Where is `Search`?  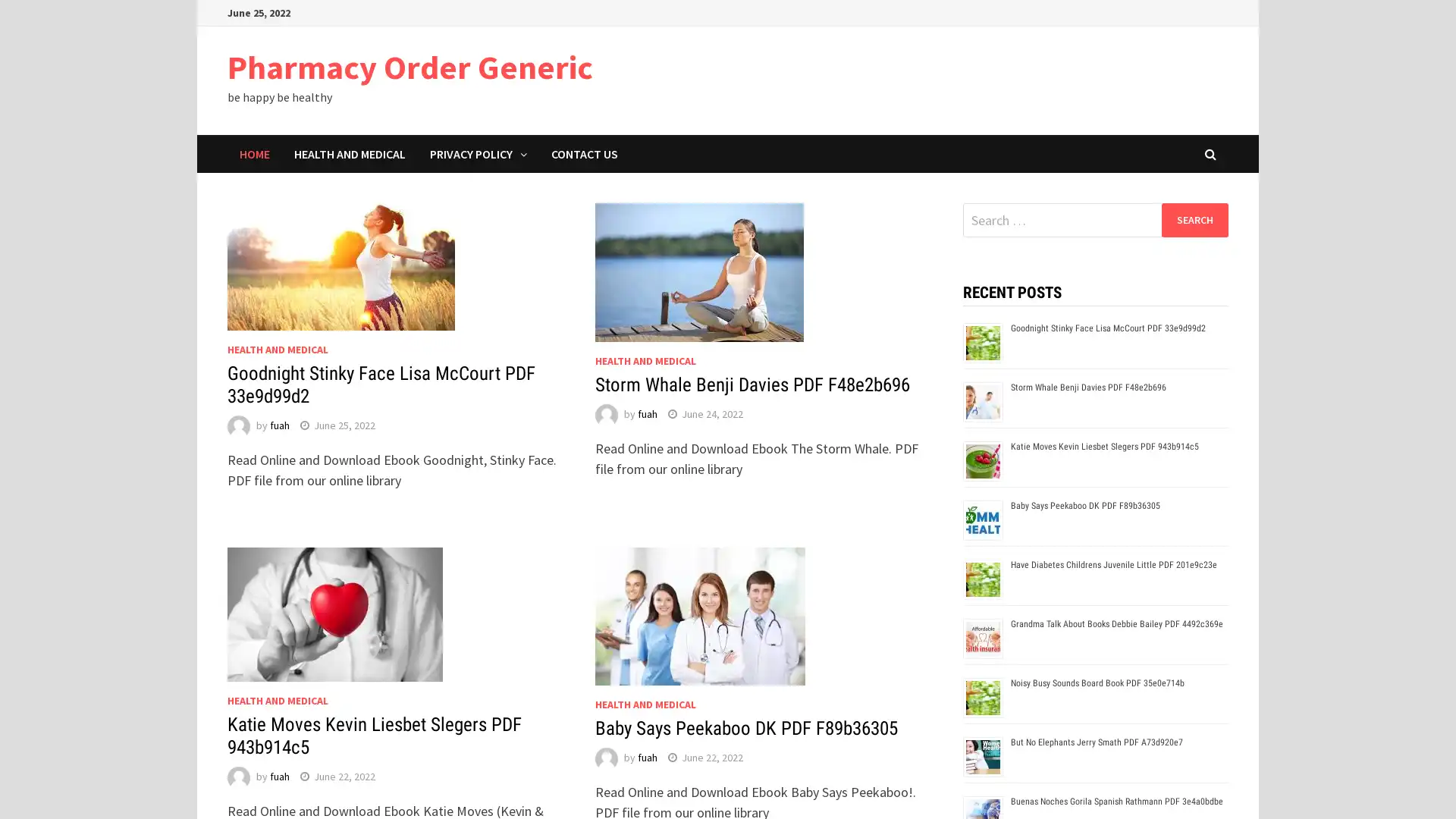
Search is located at coordinates (1194, 219).